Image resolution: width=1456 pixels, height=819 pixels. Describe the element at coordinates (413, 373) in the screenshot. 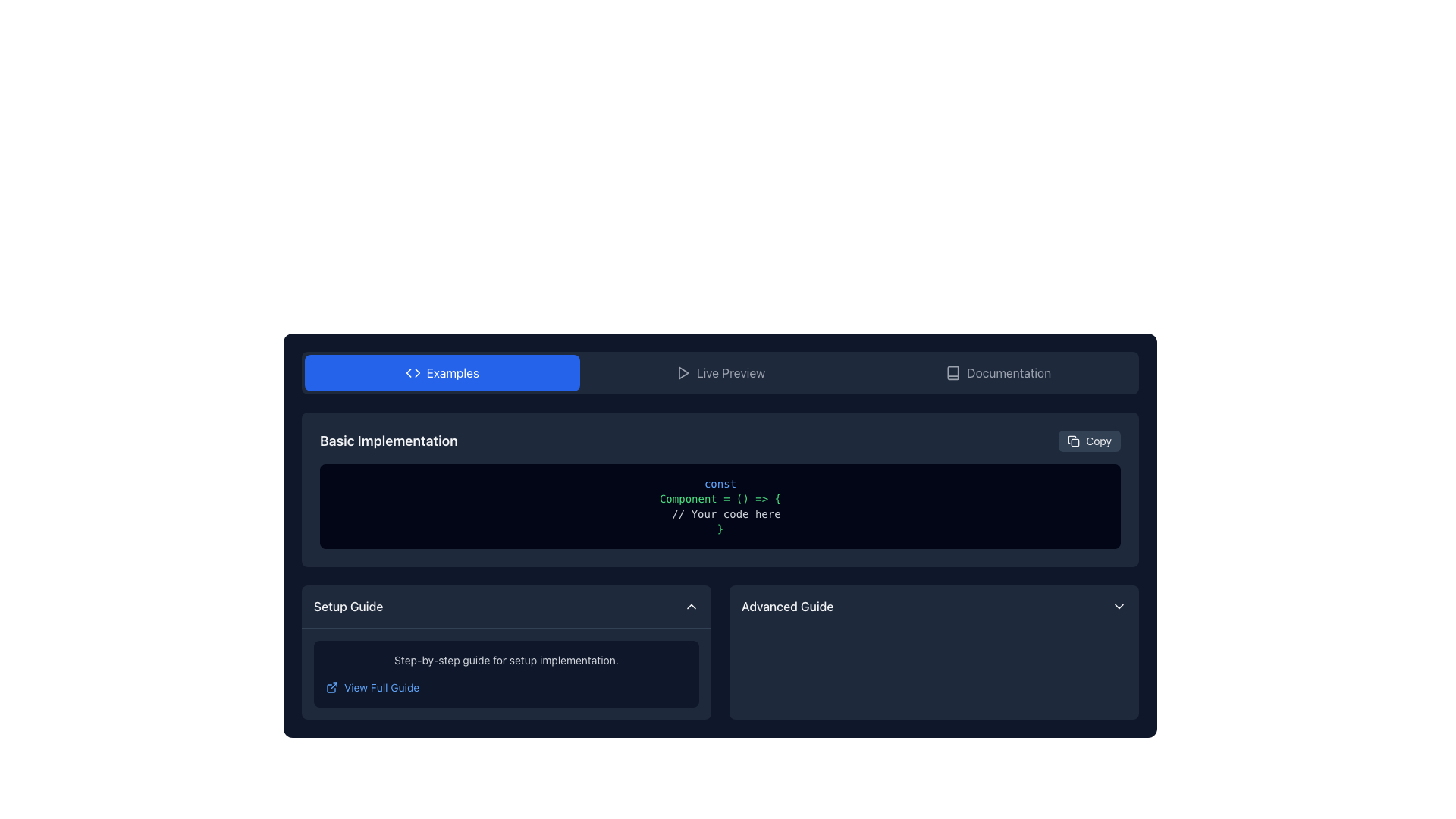

I see `the SVG icon resembling a bidirectional arrow located within the 'Examples' button, positioned next to the text label 'Examples'` at that location.